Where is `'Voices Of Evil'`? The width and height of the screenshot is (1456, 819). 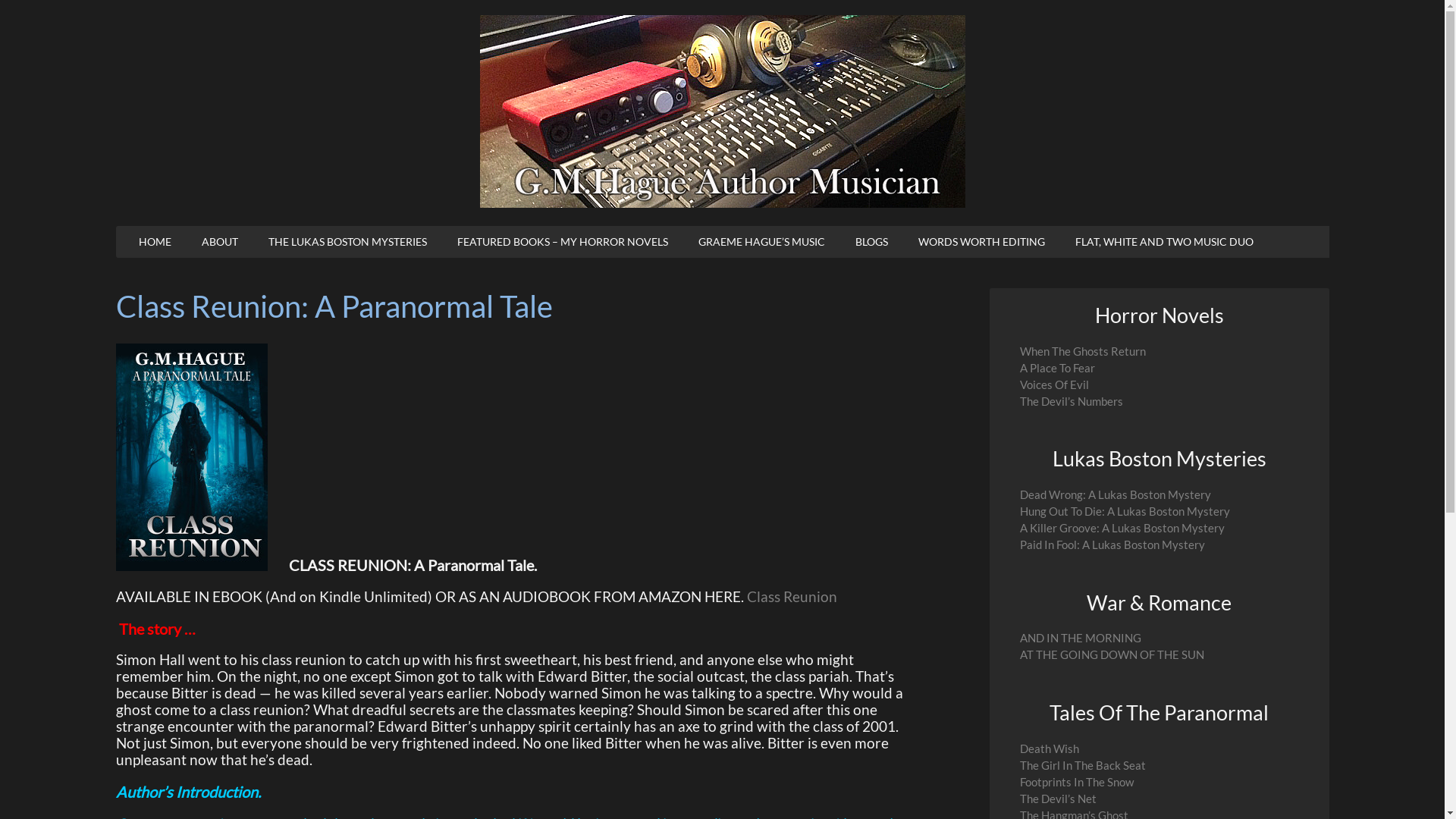 'Voices Of Evil' is located at coordinates (1053, 384).